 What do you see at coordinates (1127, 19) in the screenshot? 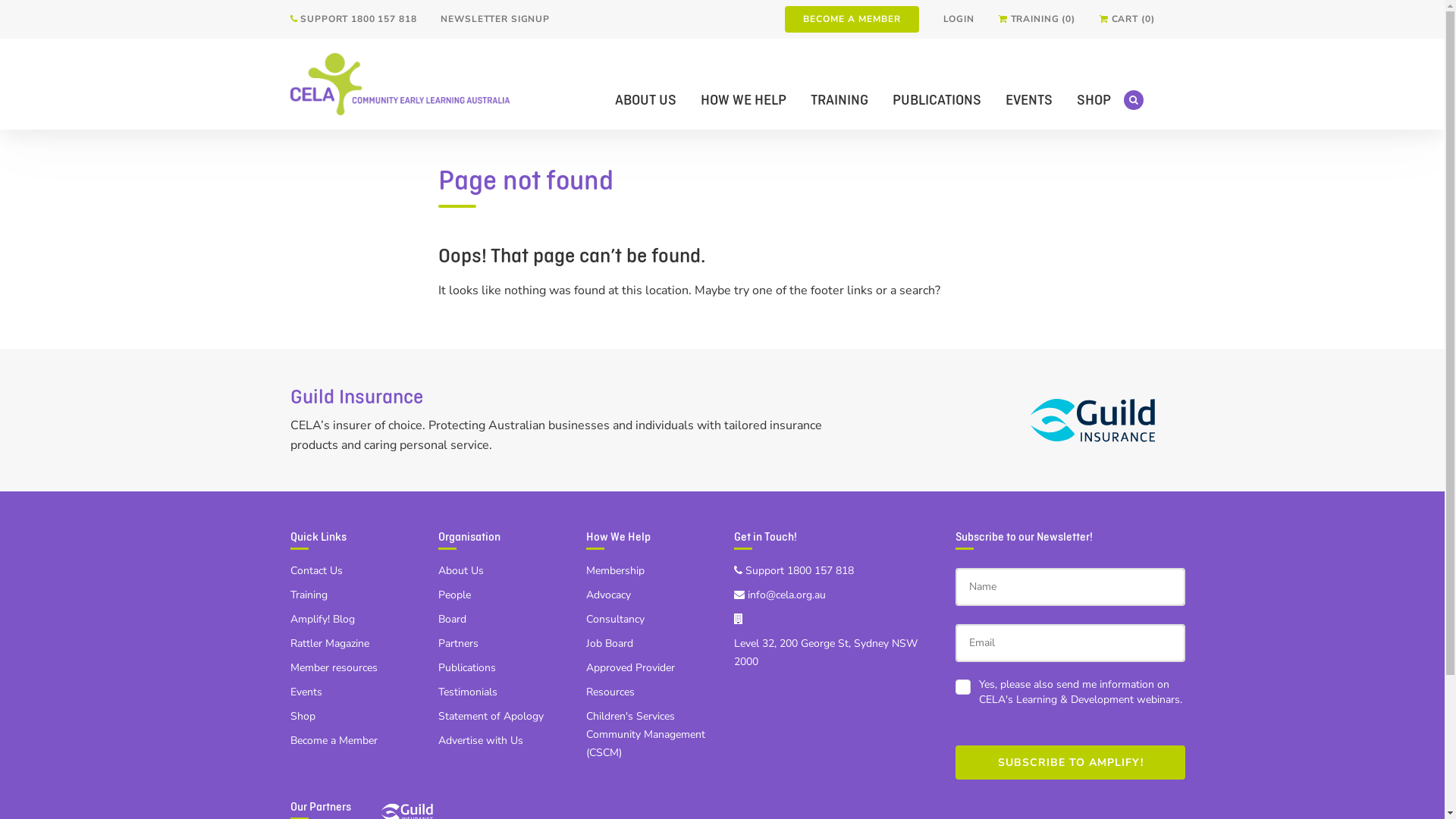
I see `'CART (0)'` at bounding box center [1127, 19].